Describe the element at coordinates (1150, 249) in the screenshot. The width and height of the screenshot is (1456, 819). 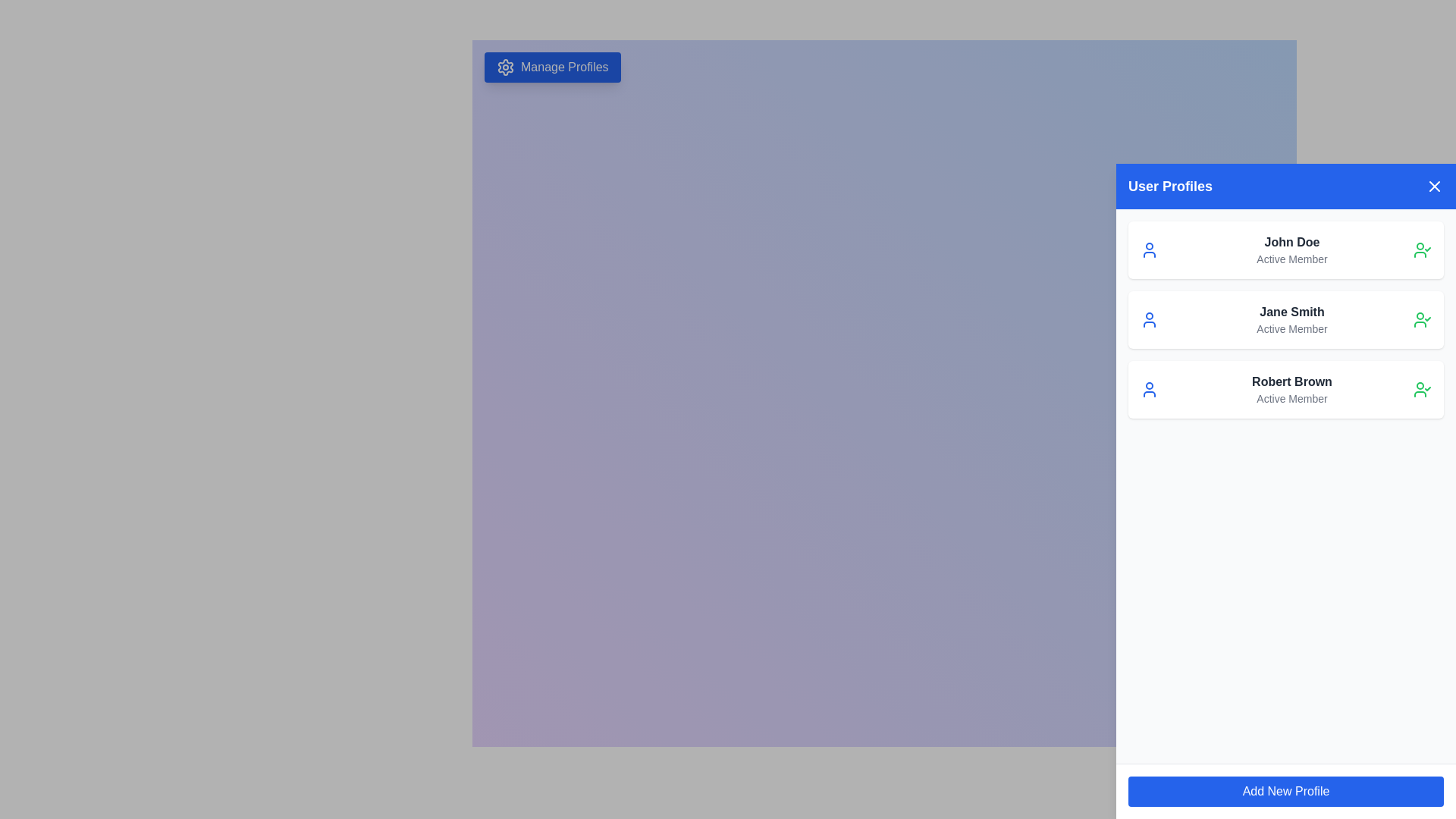
I see `the user profile icon for 'John Doe', located at the left edge of the profile card, preceding the text 'John Doe Active Member'` at that location.